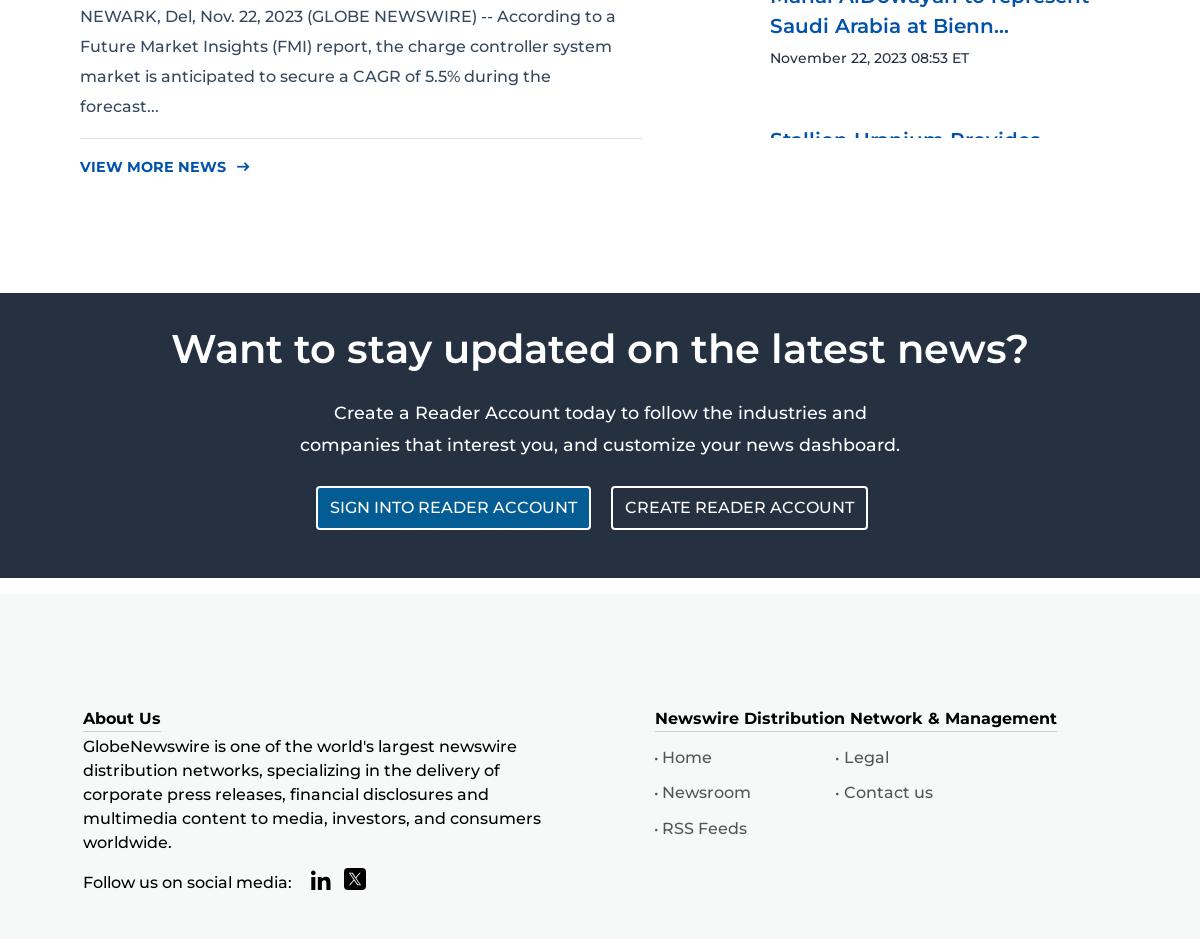  Describe the element at coordinates (83, 802) in the screenshot. I see `'GlobeNewswire is one of the world's largest newswire distribution networks, specializing in the delivery of corporate press releases, financial disclosures and multimedia content to media, investors, and consumers worldwide.'` at that location.